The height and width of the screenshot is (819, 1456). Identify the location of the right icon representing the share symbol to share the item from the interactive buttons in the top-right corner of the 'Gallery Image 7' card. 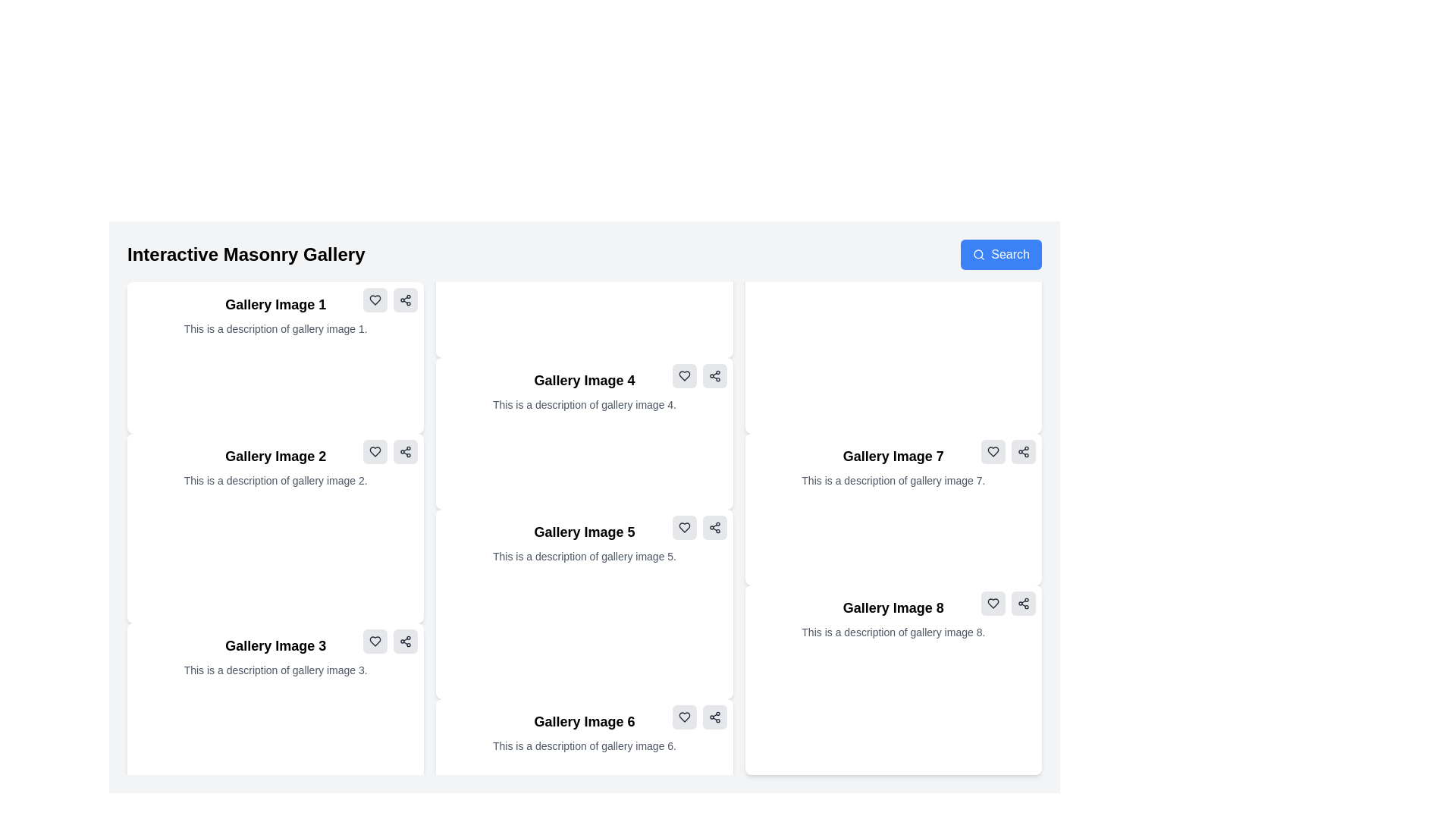
(1008, 451).